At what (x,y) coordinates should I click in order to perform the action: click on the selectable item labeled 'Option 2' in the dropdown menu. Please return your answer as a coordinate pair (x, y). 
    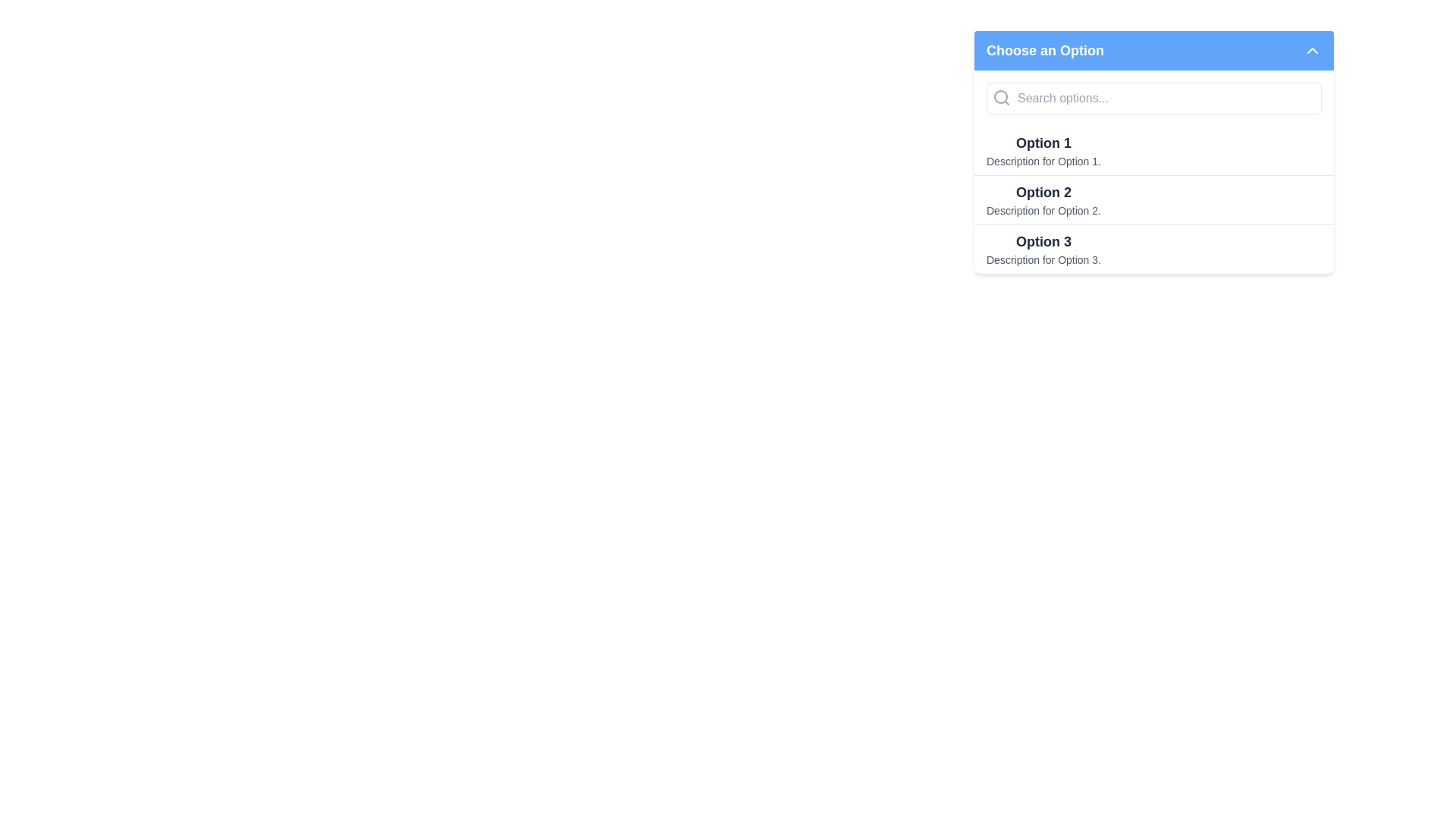
    Looking at the image, I should click on (1153, 199).